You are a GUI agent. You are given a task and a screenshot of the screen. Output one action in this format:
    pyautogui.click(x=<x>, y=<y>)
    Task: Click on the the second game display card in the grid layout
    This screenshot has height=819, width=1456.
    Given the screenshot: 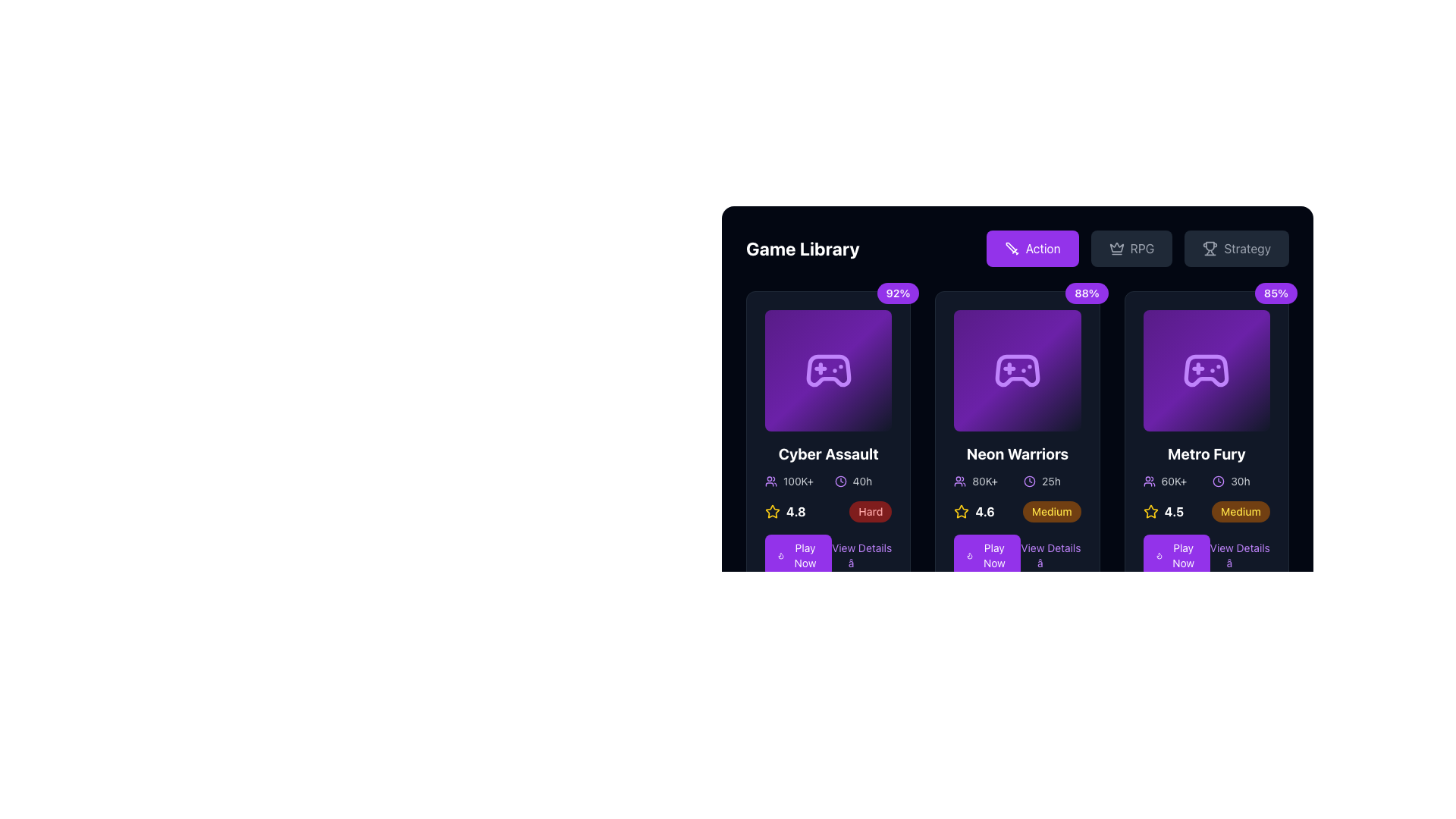 What is the action you would take?
    pyautogui.click(x=1018, y=444)
    